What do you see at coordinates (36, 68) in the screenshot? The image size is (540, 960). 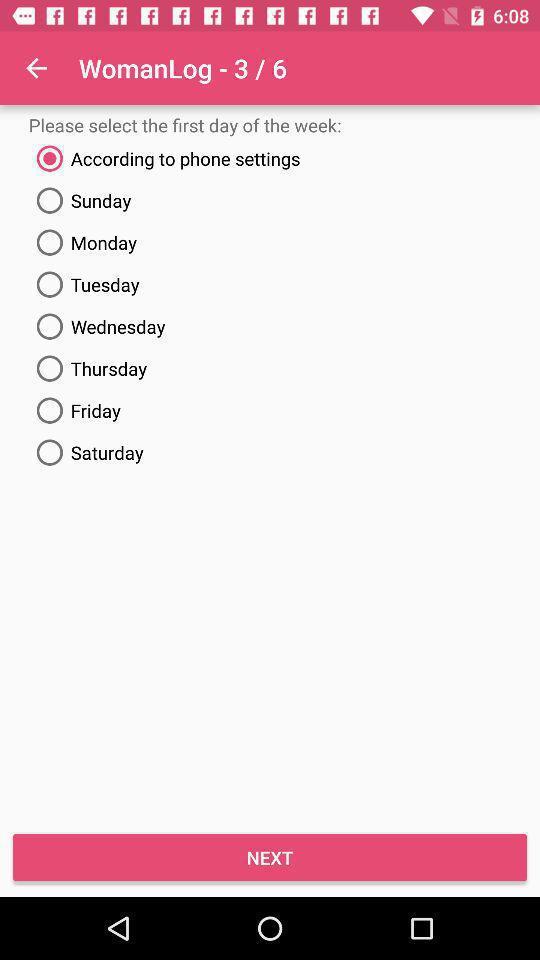 I see `item to the left of womanlog - 3 / 6` at bounding box center [36, 68].